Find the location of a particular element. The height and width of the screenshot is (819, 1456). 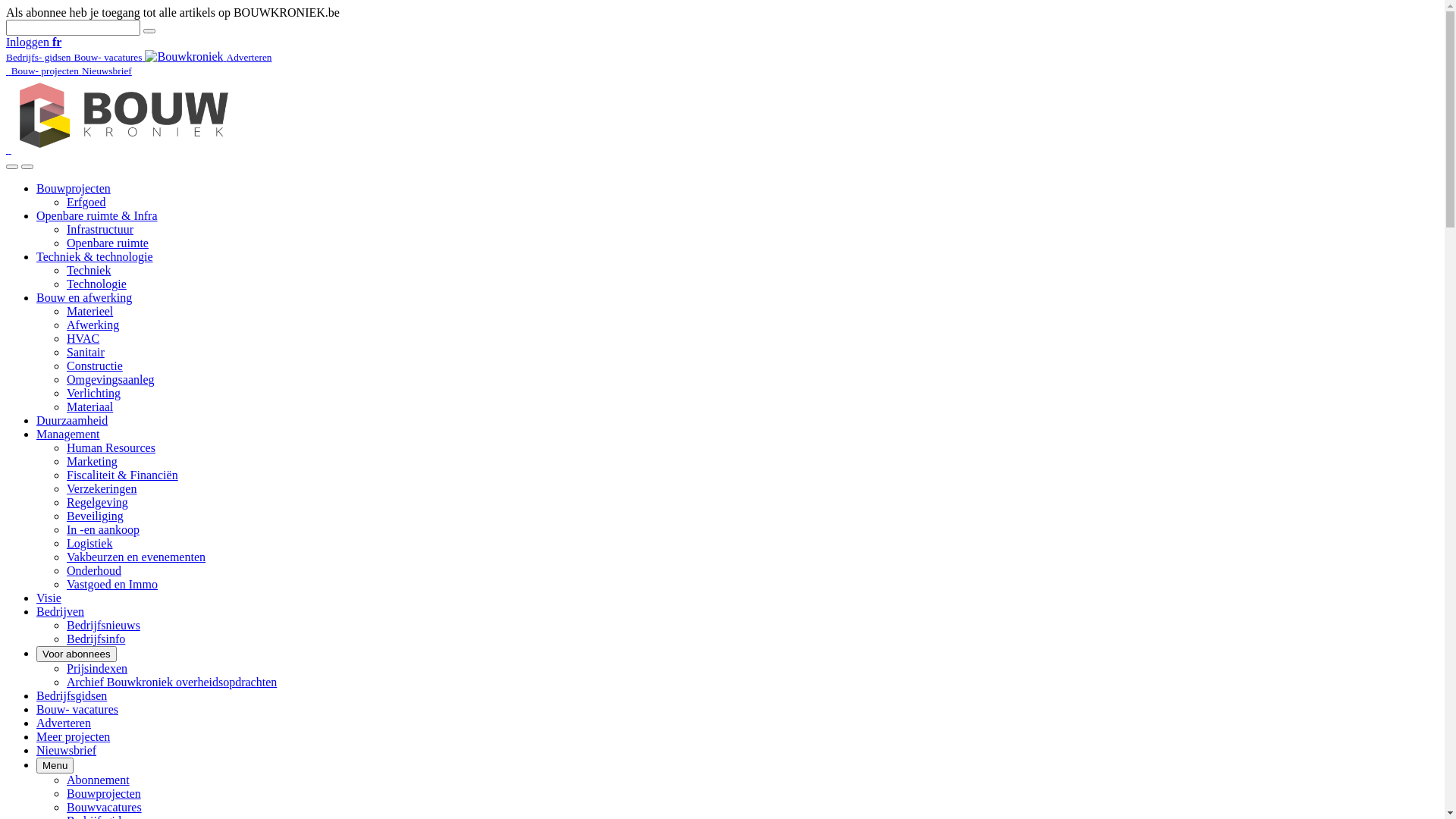

'Vakbeurzen en evenementen' is located at coordinates (136, 557).